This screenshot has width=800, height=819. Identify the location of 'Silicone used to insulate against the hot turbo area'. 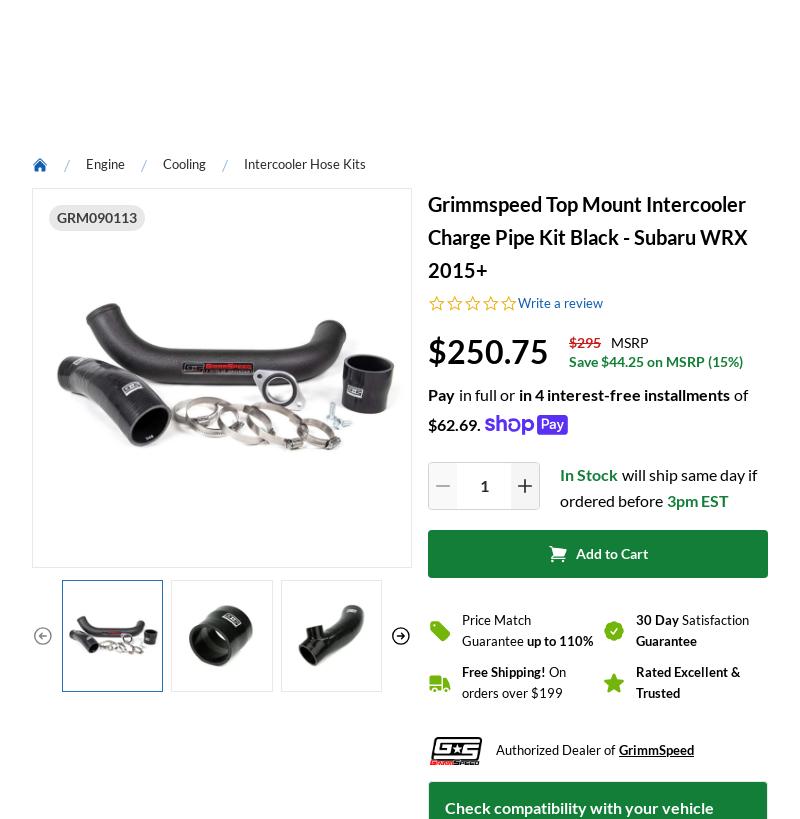
(205, 57).